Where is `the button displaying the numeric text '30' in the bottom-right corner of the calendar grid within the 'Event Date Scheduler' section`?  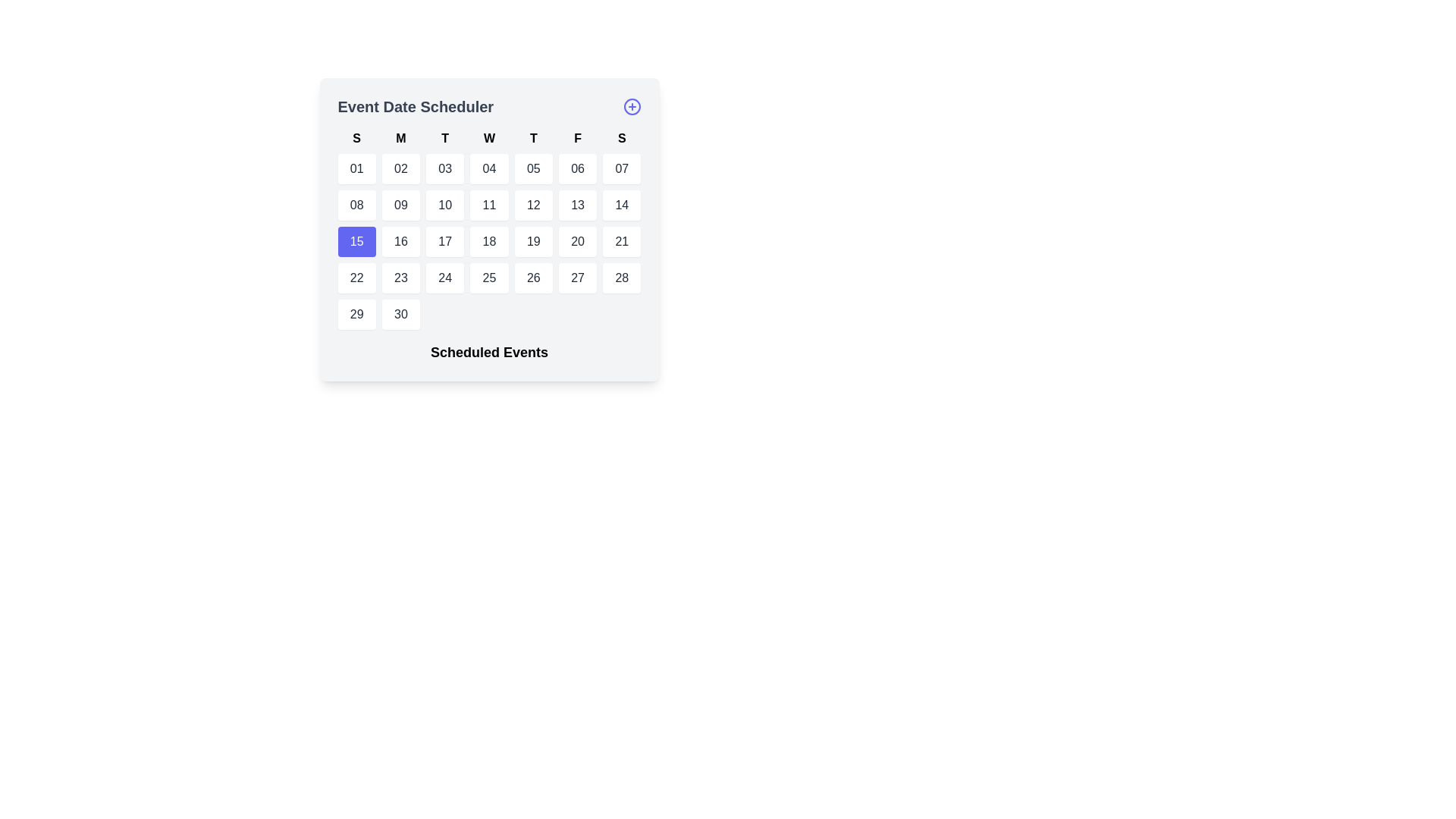 the button displaying the numeric text '30' in the bottom-right corner of the calendar grid within the 'Event Date Scheduler' section is located at coordinates (400, 314).